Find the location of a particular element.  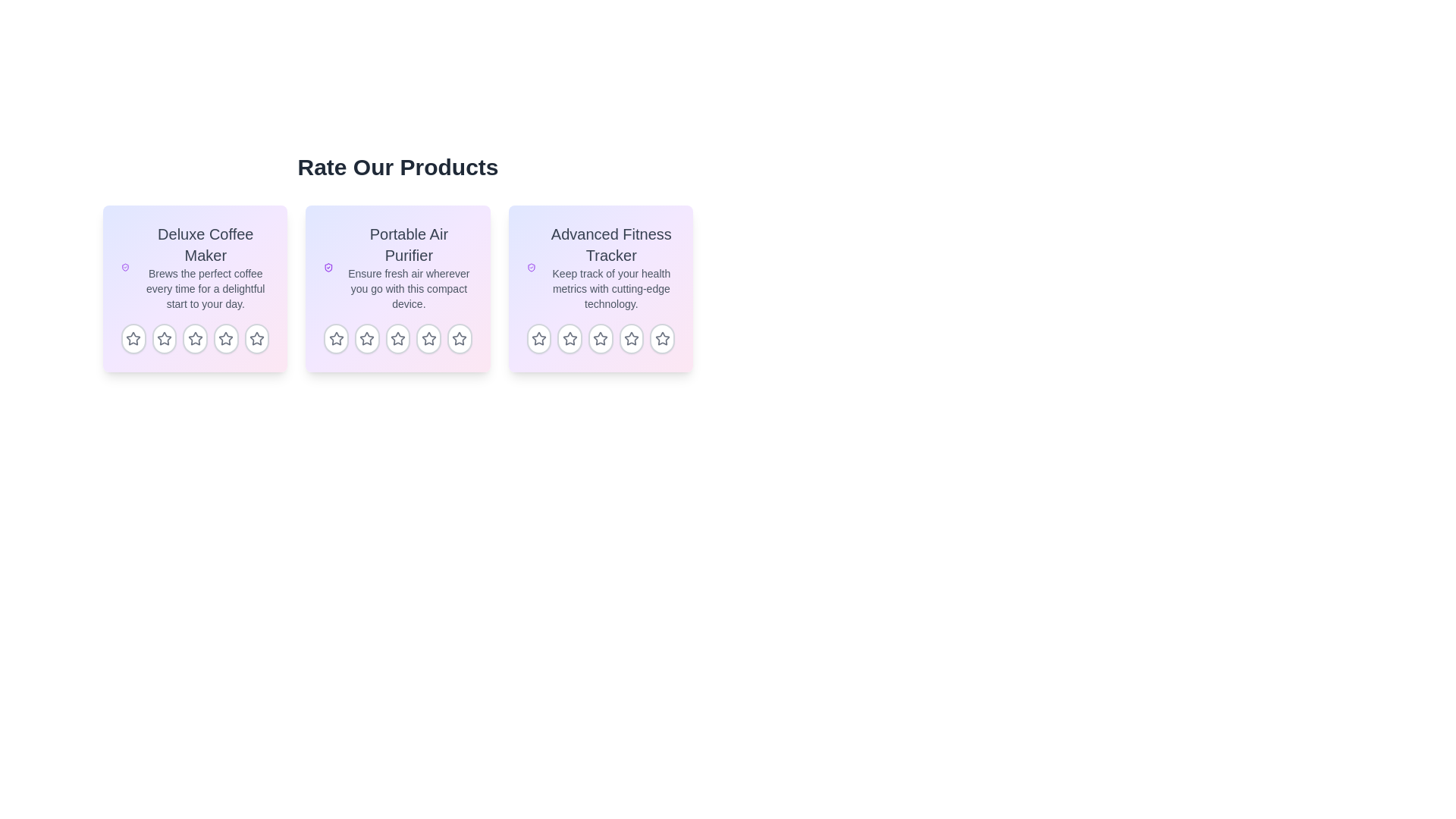

the static text label that provides additional details about the 'Advanced Fitness Tracker' product, located directly below the heading in the third card of a horizontally-aligned set of three cards is located at coordinates (611, 289).